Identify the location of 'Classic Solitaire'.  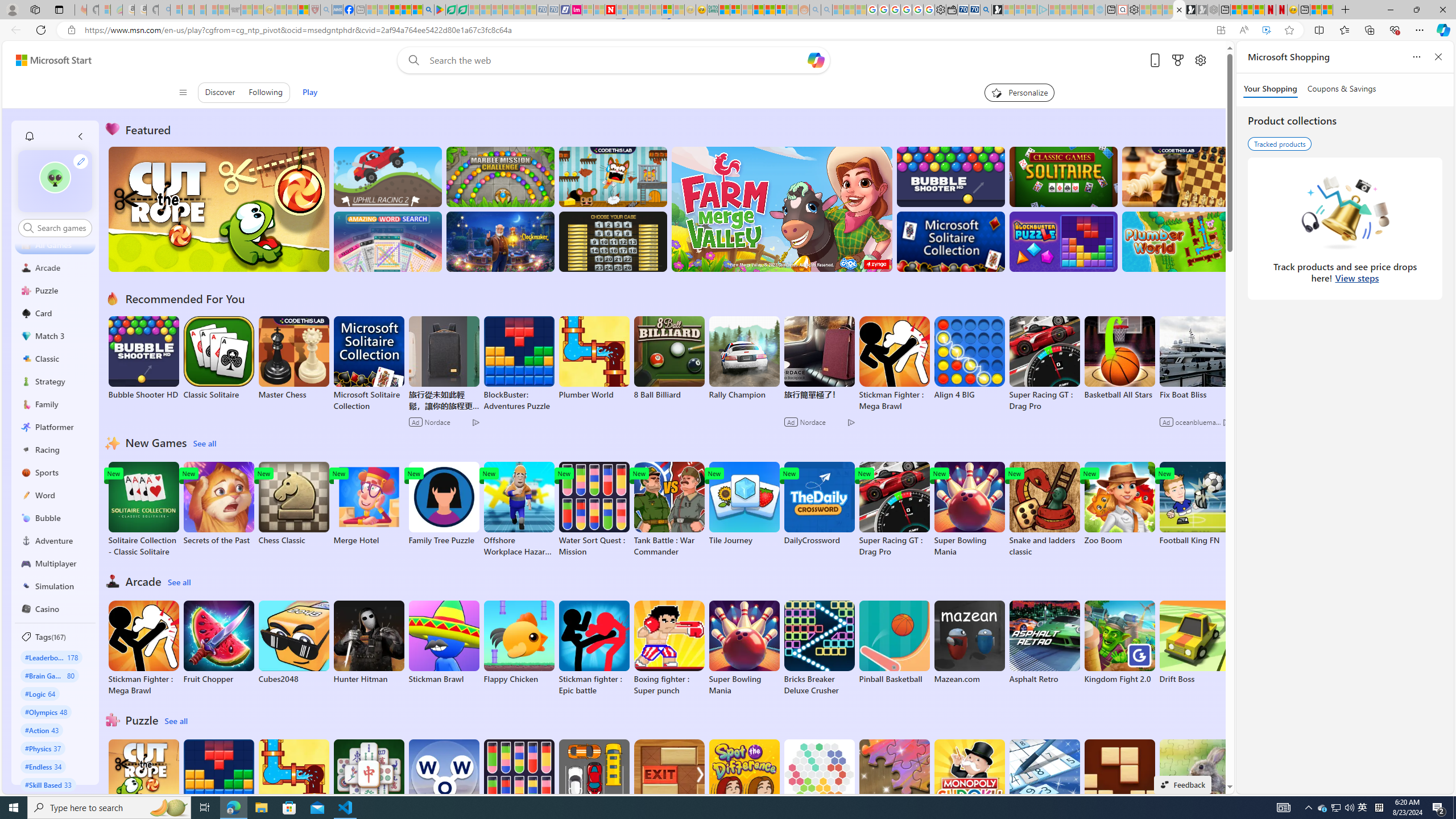
(218, 358).